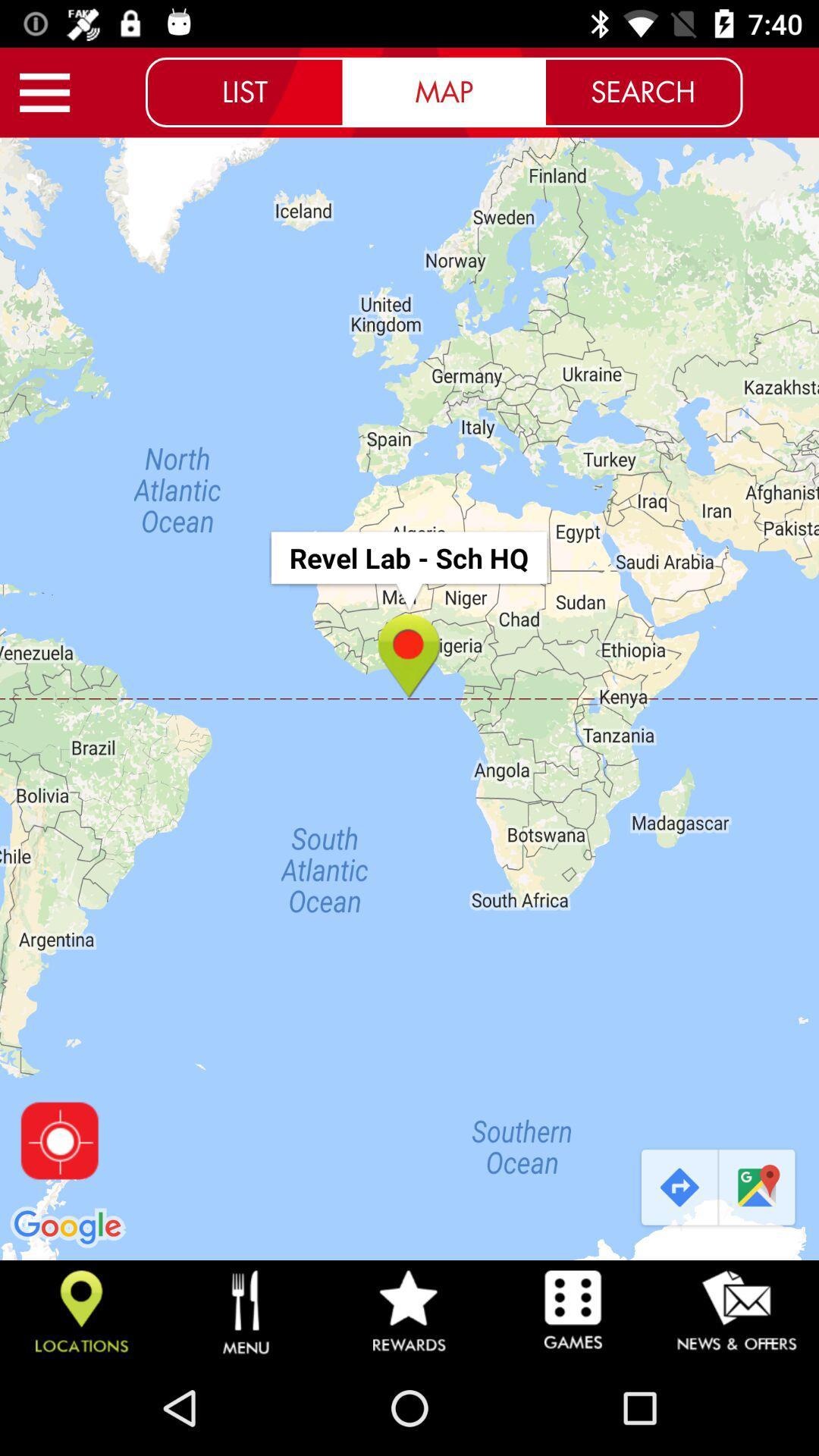  I want to click on the search icon, so click(643, 91).